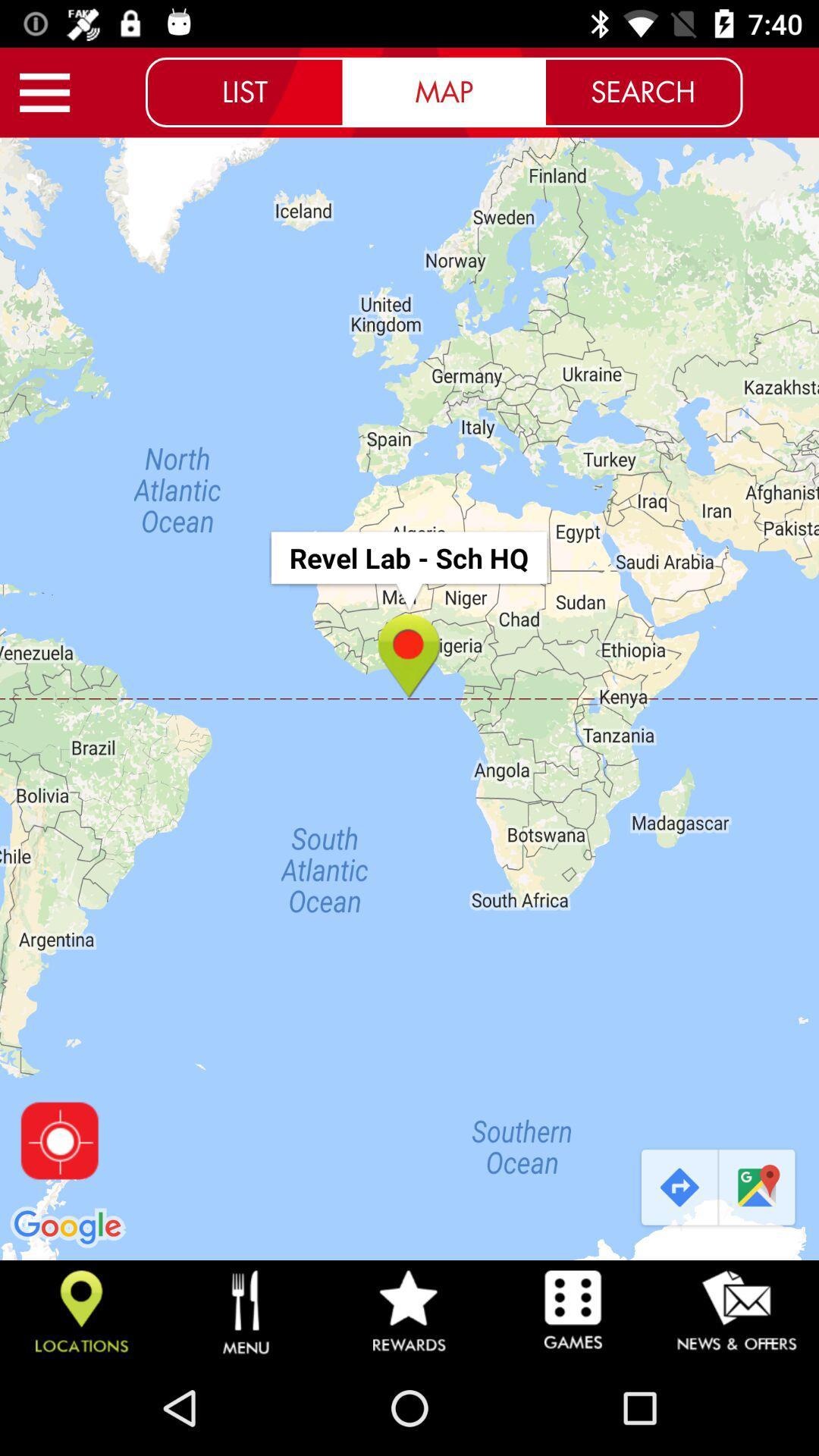  I want to click on the search icon, so click(643, 91).